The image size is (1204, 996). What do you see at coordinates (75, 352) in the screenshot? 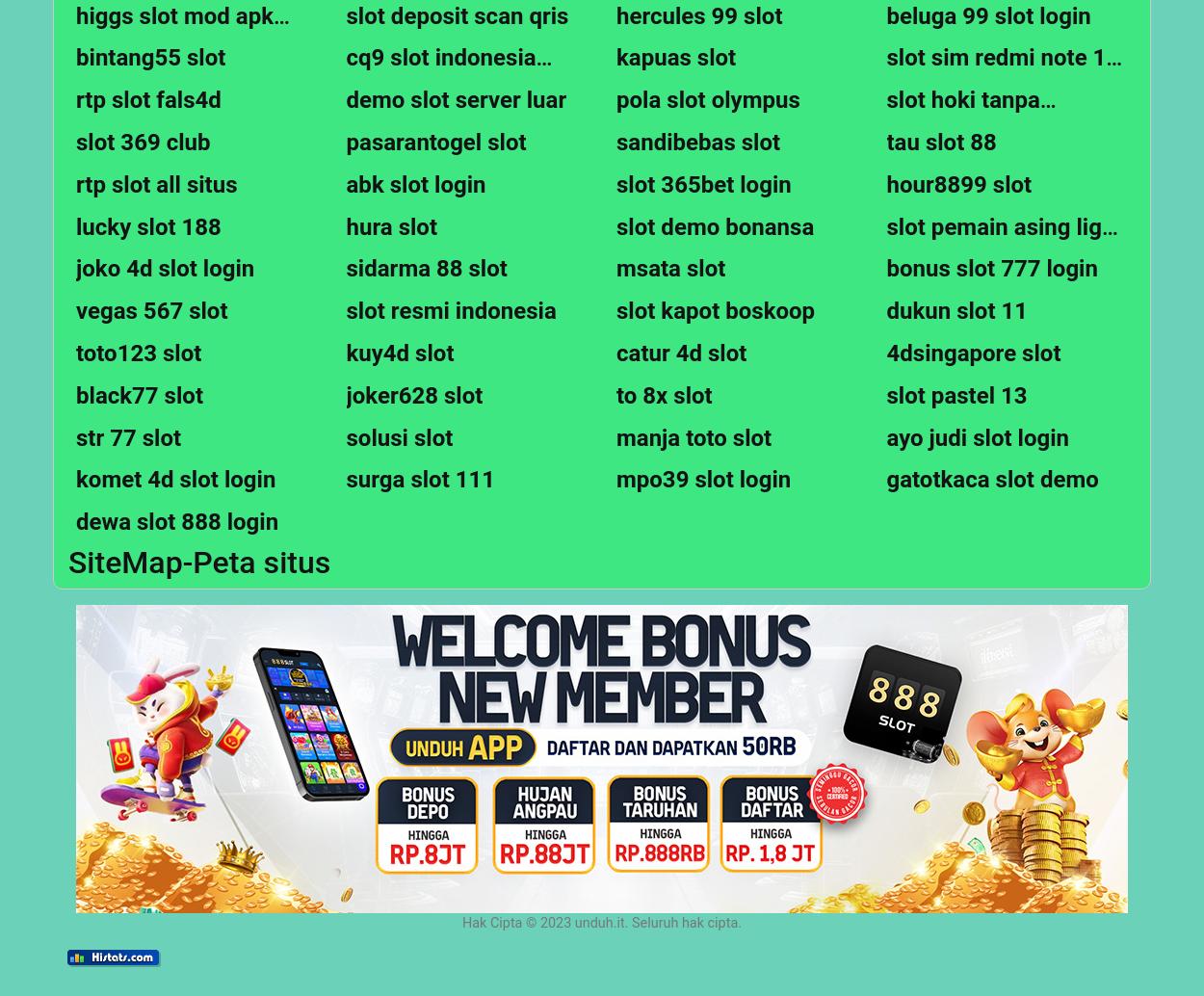
I see `'toto123 slot'` at bounding box center [75, 352].